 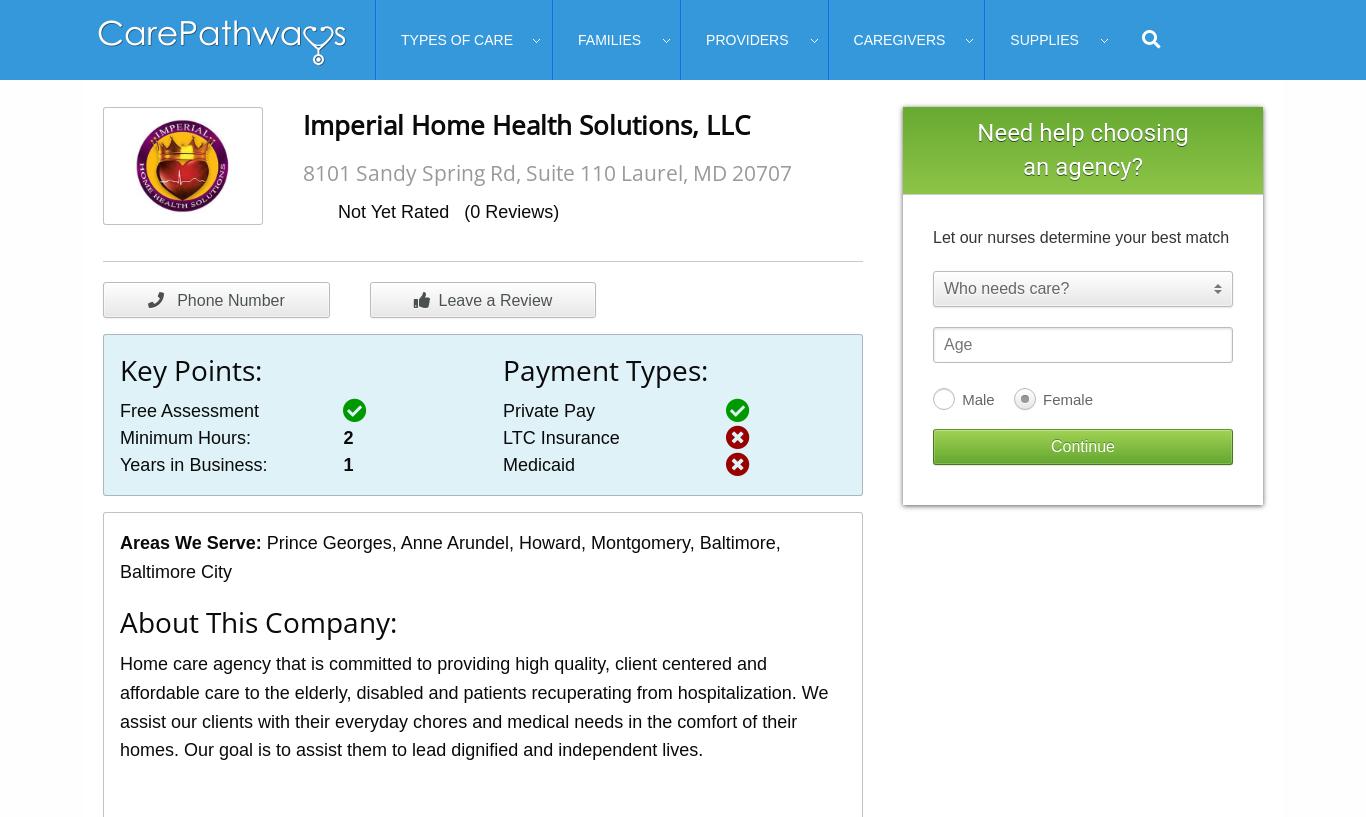 What do you see at coordinates (474, 705) in the screenshot?
I see `'Home care agency that is committed to providing high quality, client centered and affordable care to the elderly, disabled and patients recuperating from hospitalization. We assist our clients with their everyday chores and medical needs in the comfort of their homes. Our goal is to assist them to lead dignified and independent lives.'` at bounding box center [474, 705].